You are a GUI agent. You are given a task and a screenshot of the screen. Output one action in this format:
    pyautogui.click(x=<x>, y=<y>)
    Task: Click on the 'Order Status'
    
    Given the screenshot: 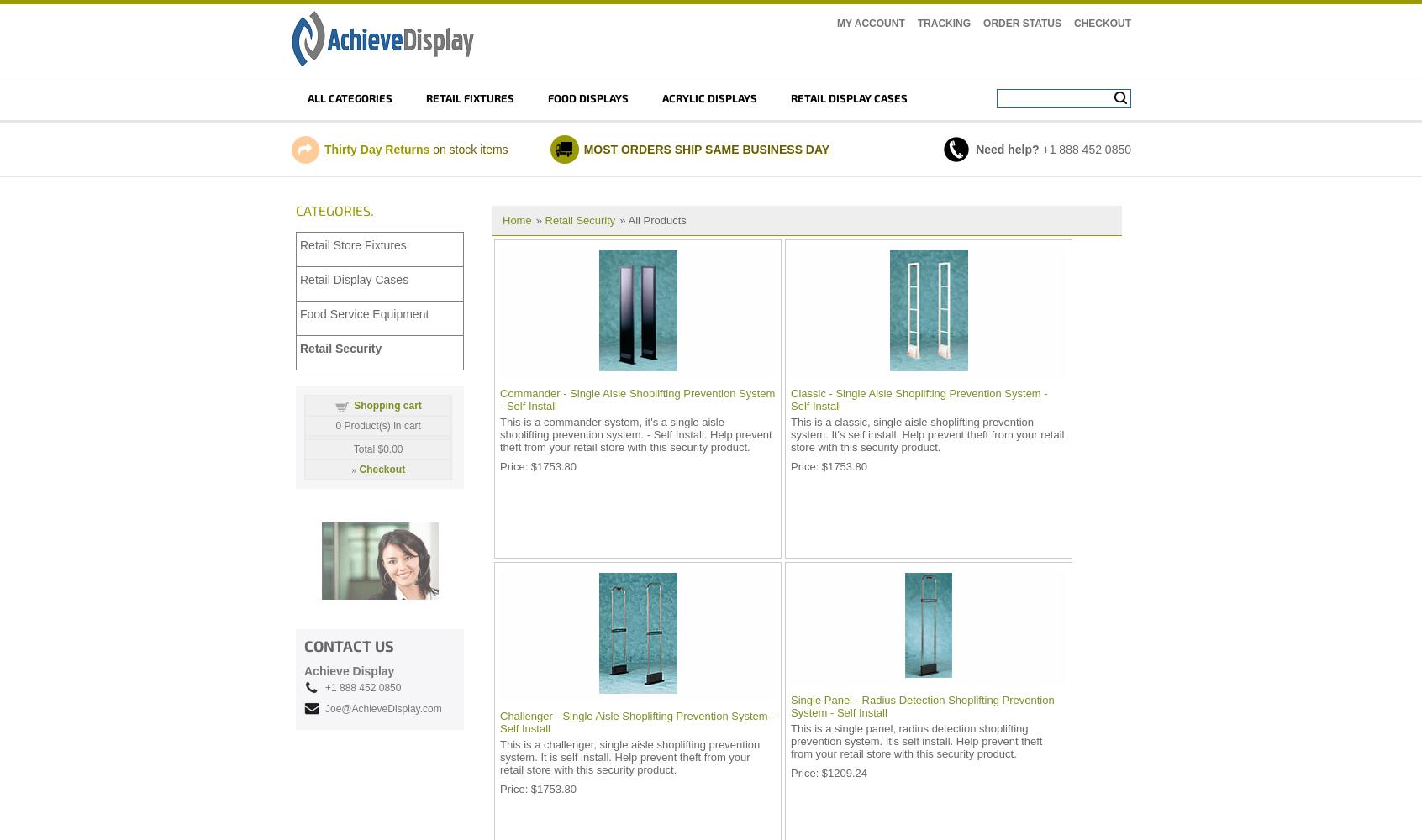 What is the action you would take?
    pyautogui.click(x=1022, y=24)
    